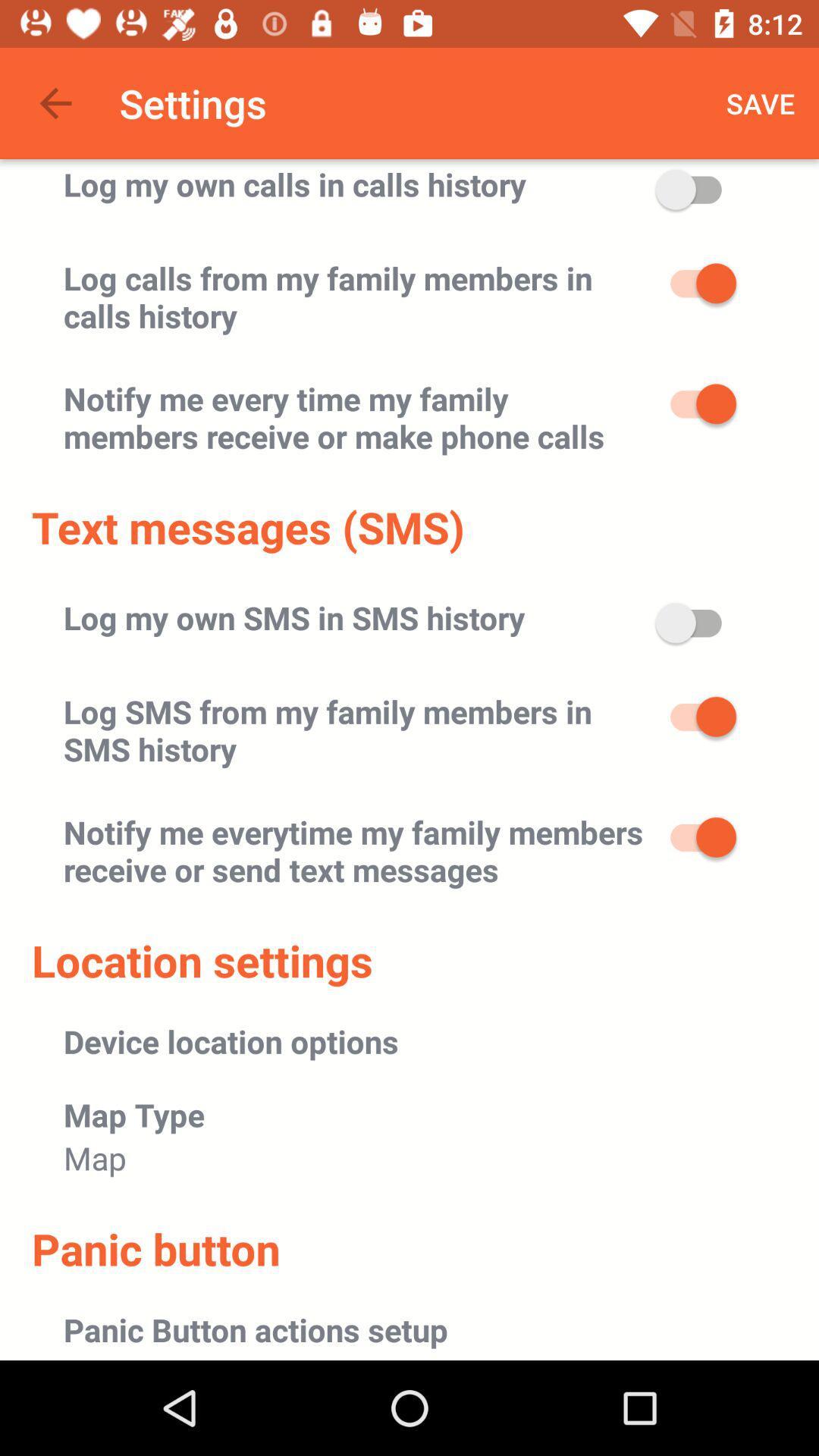 This screenshot has height=1456, width=819. Describe the element at coordinates (55, 102) in the screenshot. I see `app to the left of the settings` at that location.